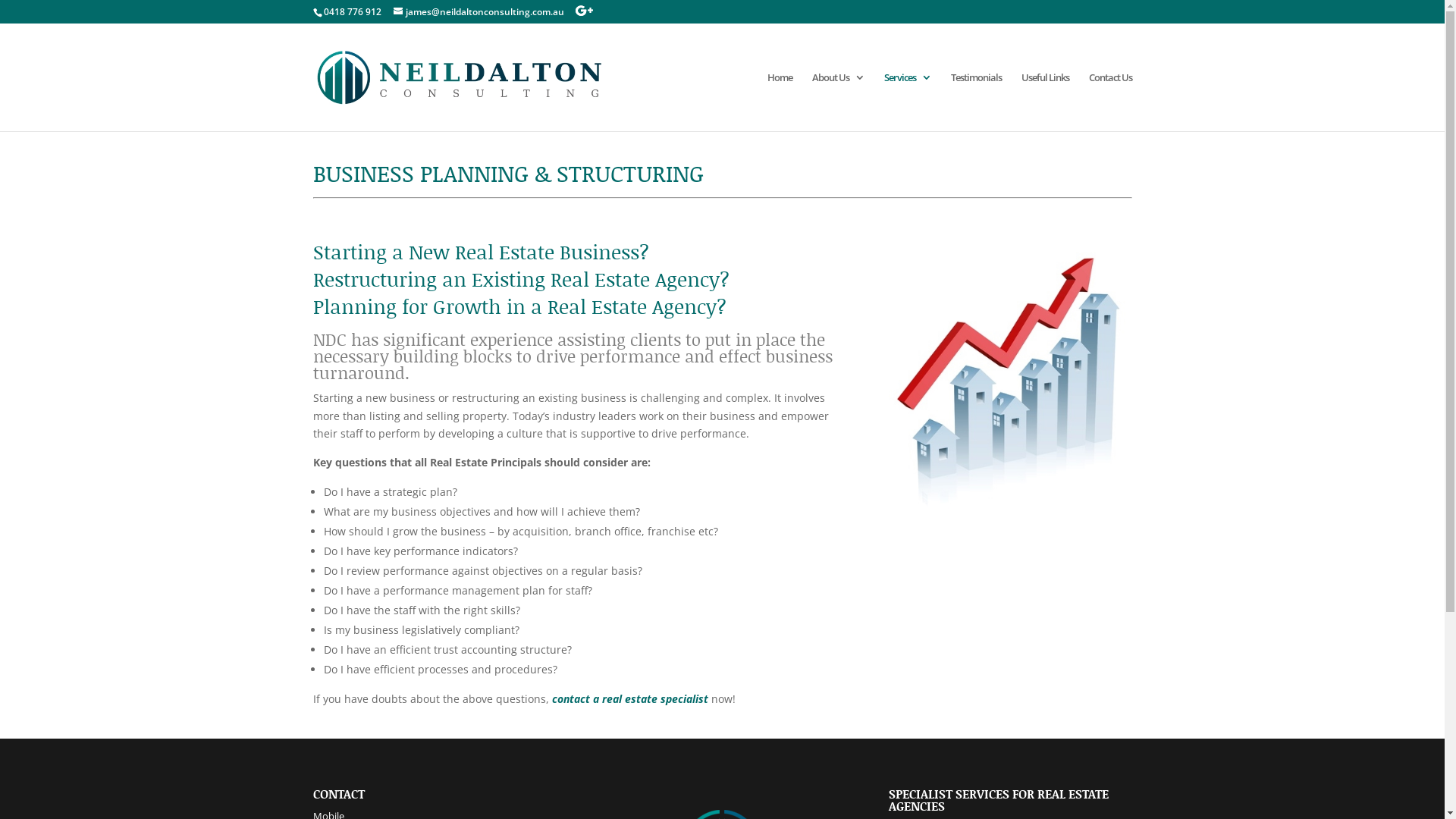 Image resolution: width=1456 pixels, height=819 pixels. I want to click on 'Services', so click(907, 102).